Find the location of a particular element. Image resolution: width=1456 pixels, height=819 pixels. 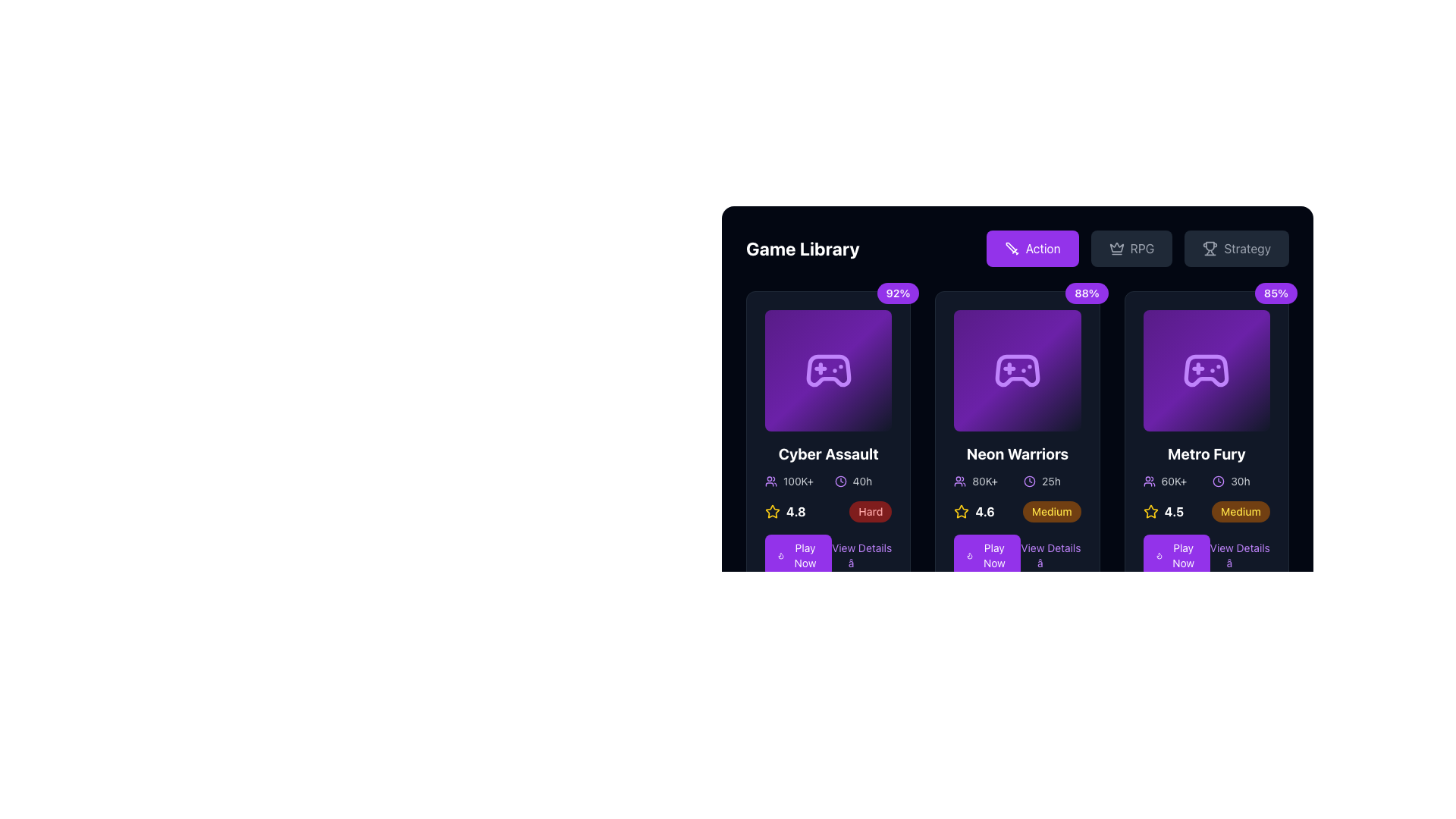

displayed total playtime information from the text label located beside the clock icon for the game 'Cyber Assault' is located at coordinates (862, 482).